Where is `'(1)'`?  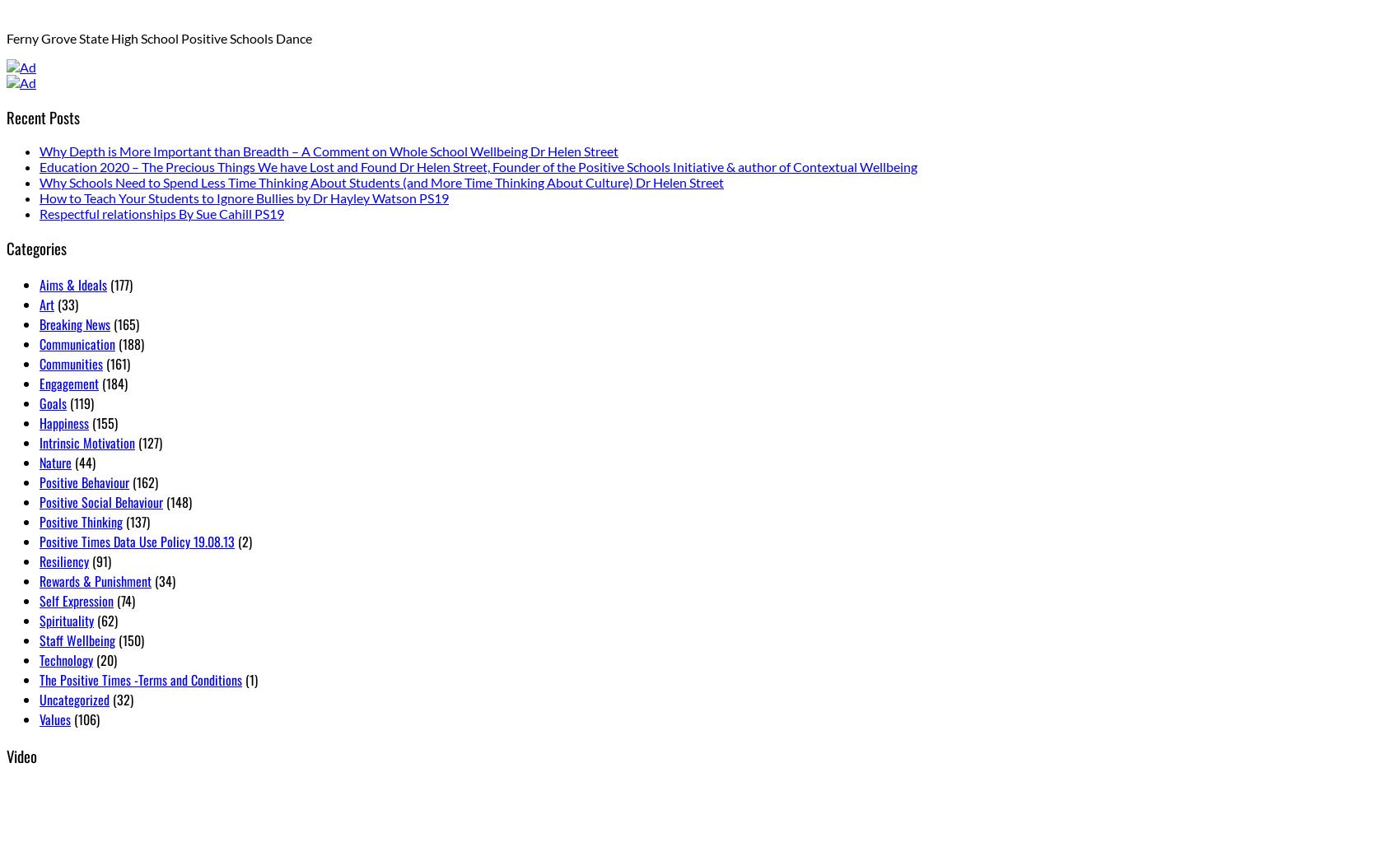 '(1)' is located at coordinates (241, 678).